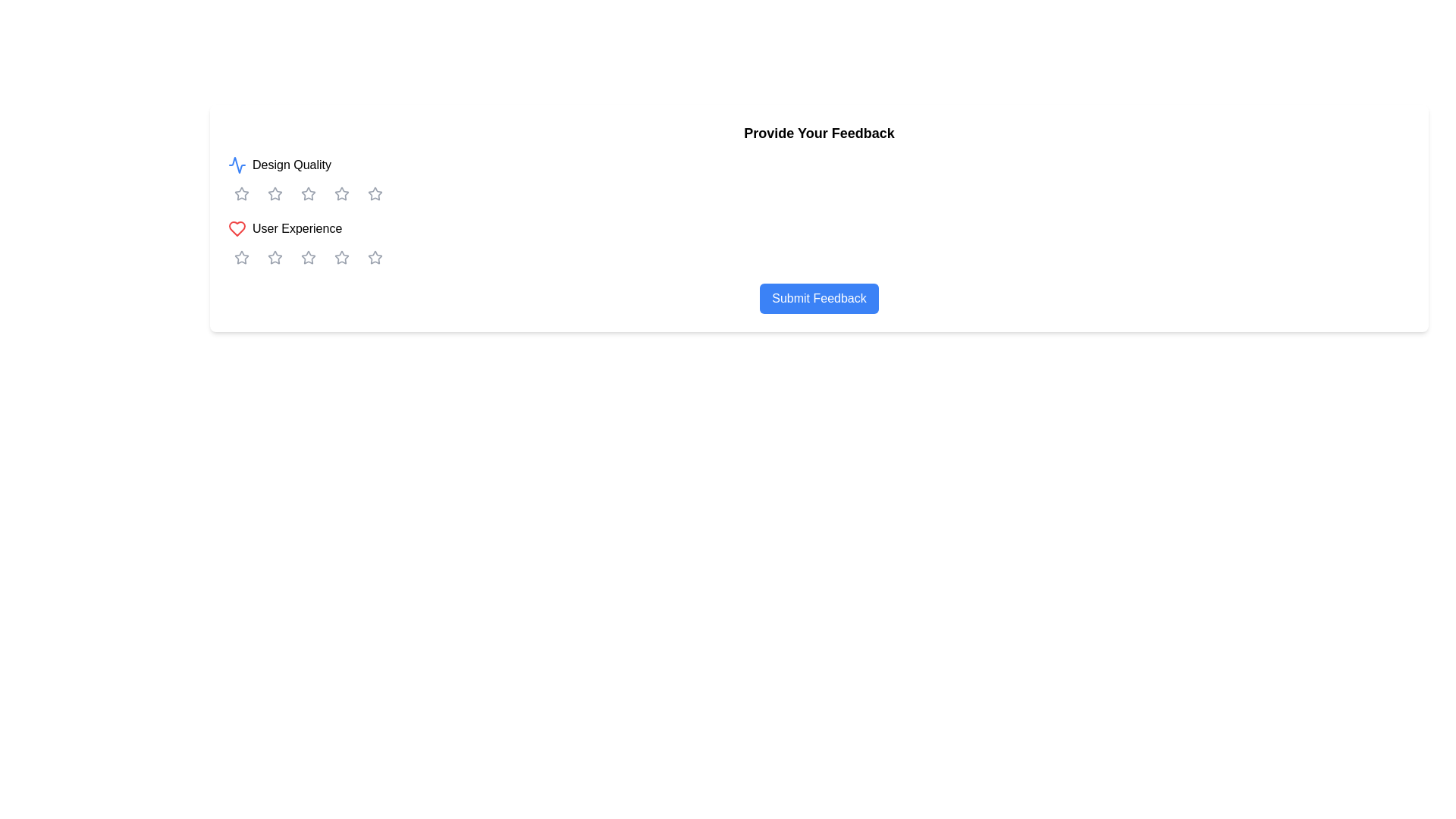 Image resolution: width=1456 pixels, height=819 pixels. I want to click on the fifth star icon in the rating mechanism for 'Design Quality', so click(375, 193).